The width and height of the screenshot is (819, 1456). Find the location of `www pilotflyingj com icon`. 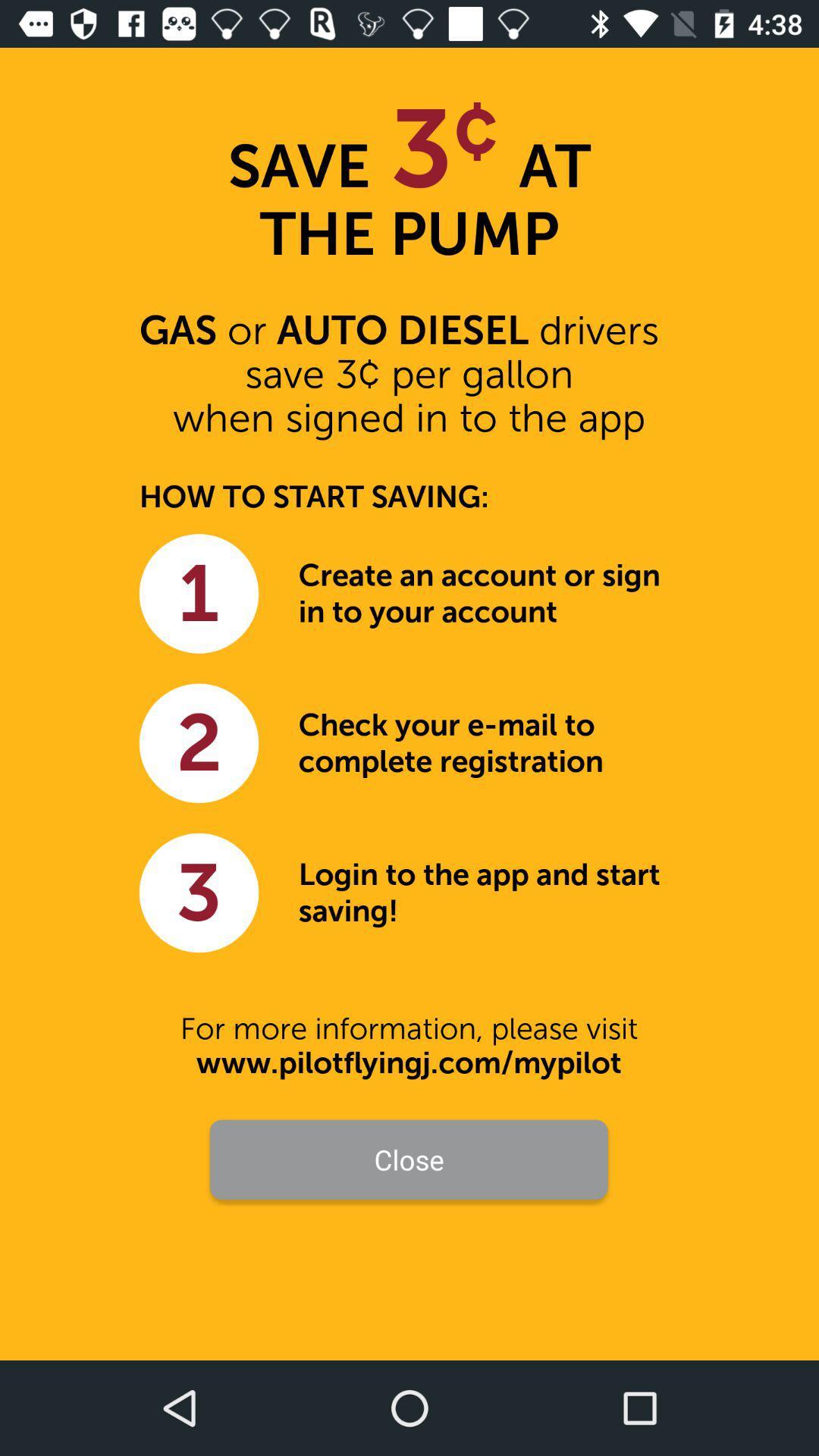

www pilotflyingj com icon is located at coordinates (408, 1062).